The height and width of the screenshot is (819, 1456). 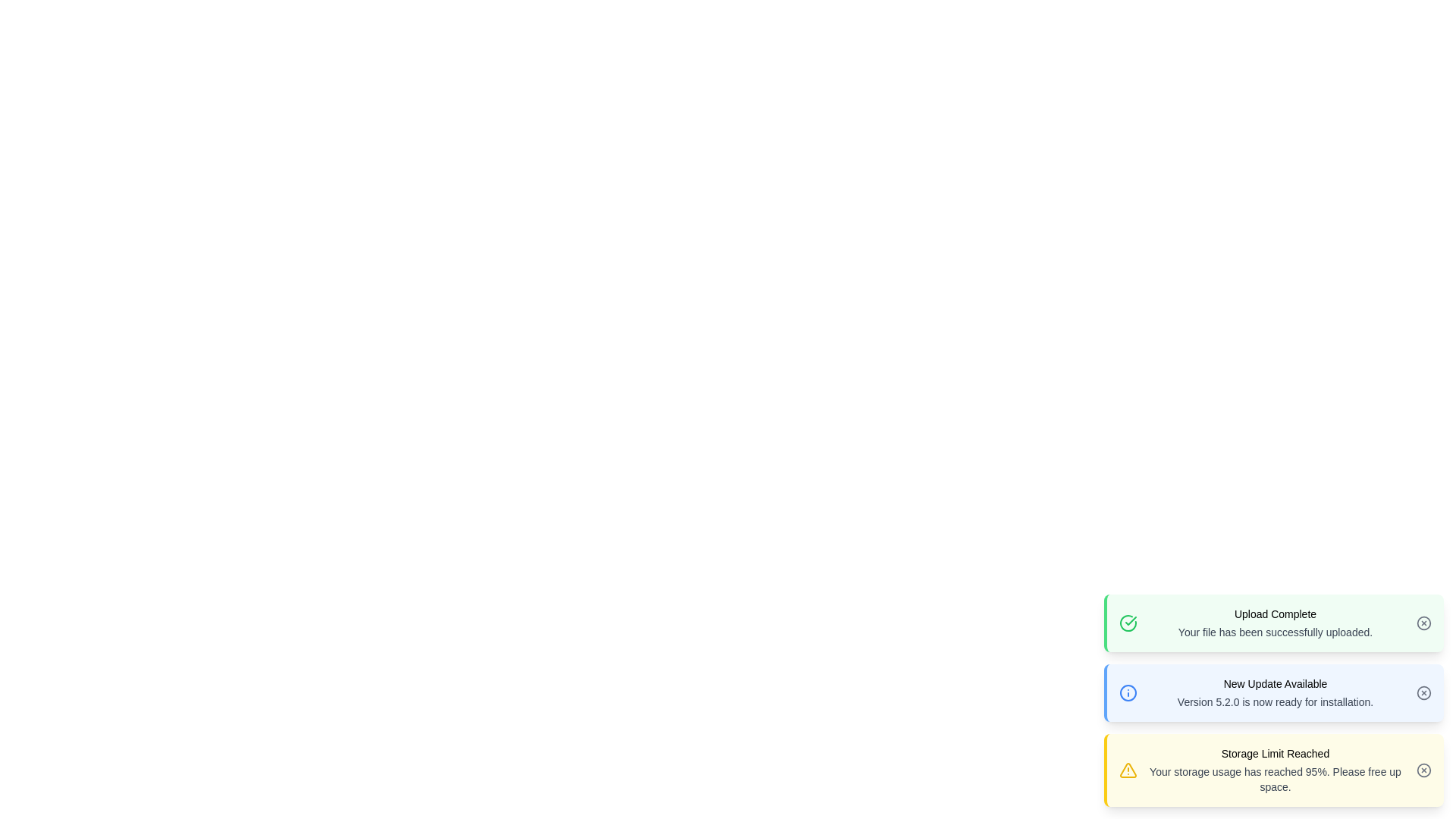 What do you see at coordinates (1128, 623) in the screenshot?
I see `the circular green check mark icon in the 'Upload Complete' notification card, indicating a successful operation` at bounding box center [1128, 623].